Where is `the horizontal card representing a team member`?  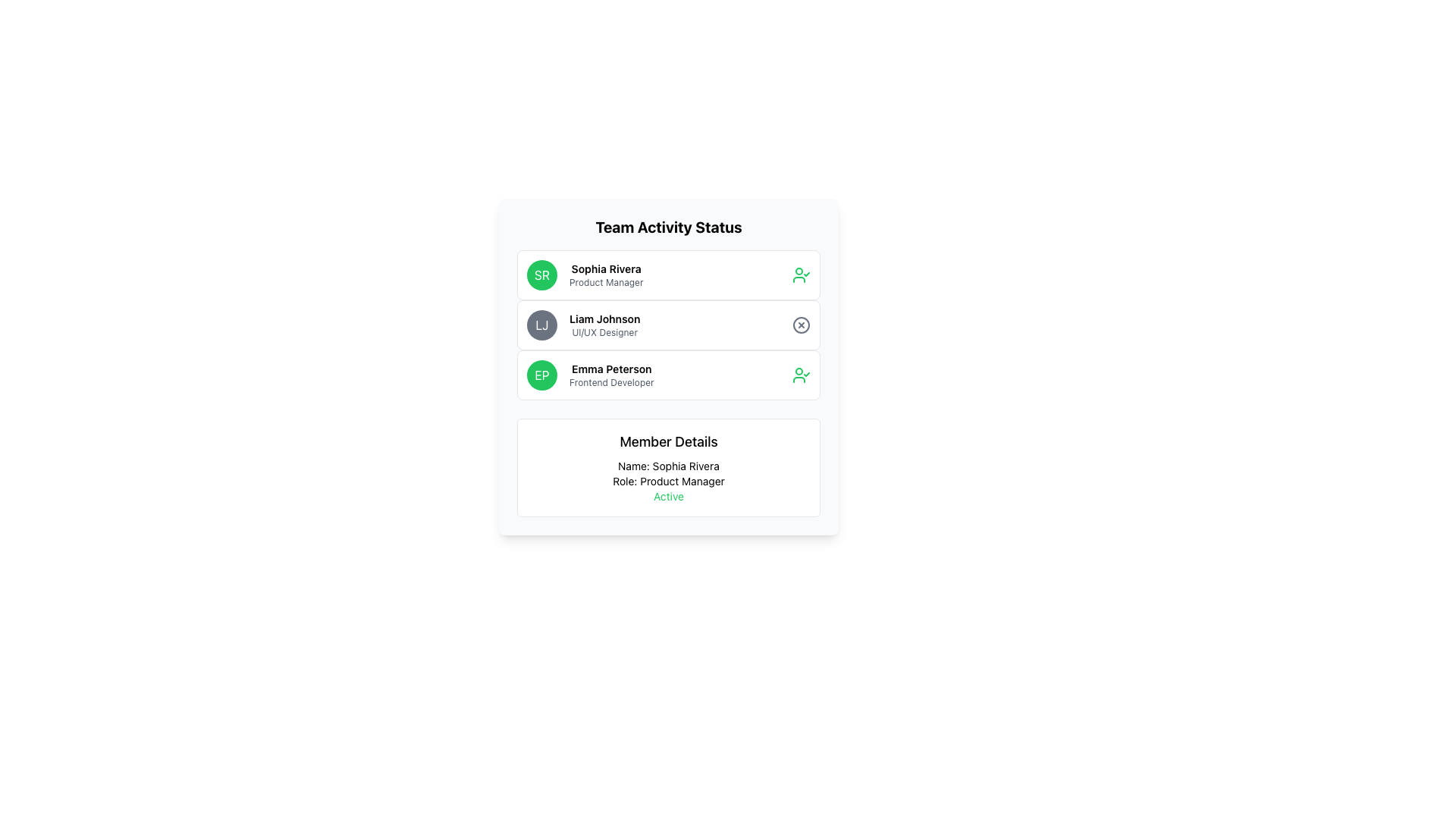
the horizontal card representing a team member is located at coordinates (668, 324).